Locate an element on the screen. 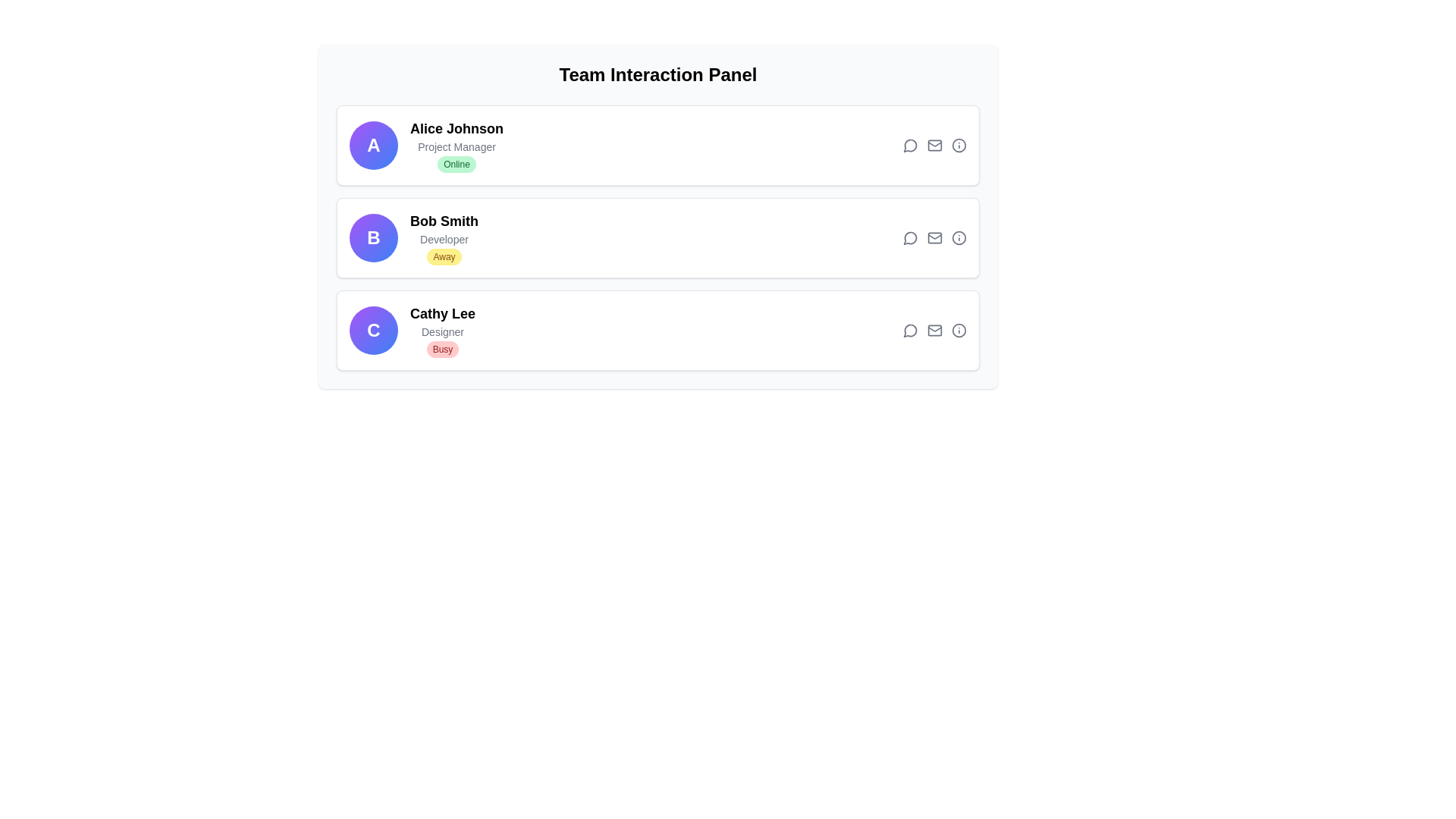  the text label displaying the professional role or title of 'Alice Johnson', which is located below the bold 'Alice Johnson' text and above the green 'Online' badge is located at coordinates (456, 146).